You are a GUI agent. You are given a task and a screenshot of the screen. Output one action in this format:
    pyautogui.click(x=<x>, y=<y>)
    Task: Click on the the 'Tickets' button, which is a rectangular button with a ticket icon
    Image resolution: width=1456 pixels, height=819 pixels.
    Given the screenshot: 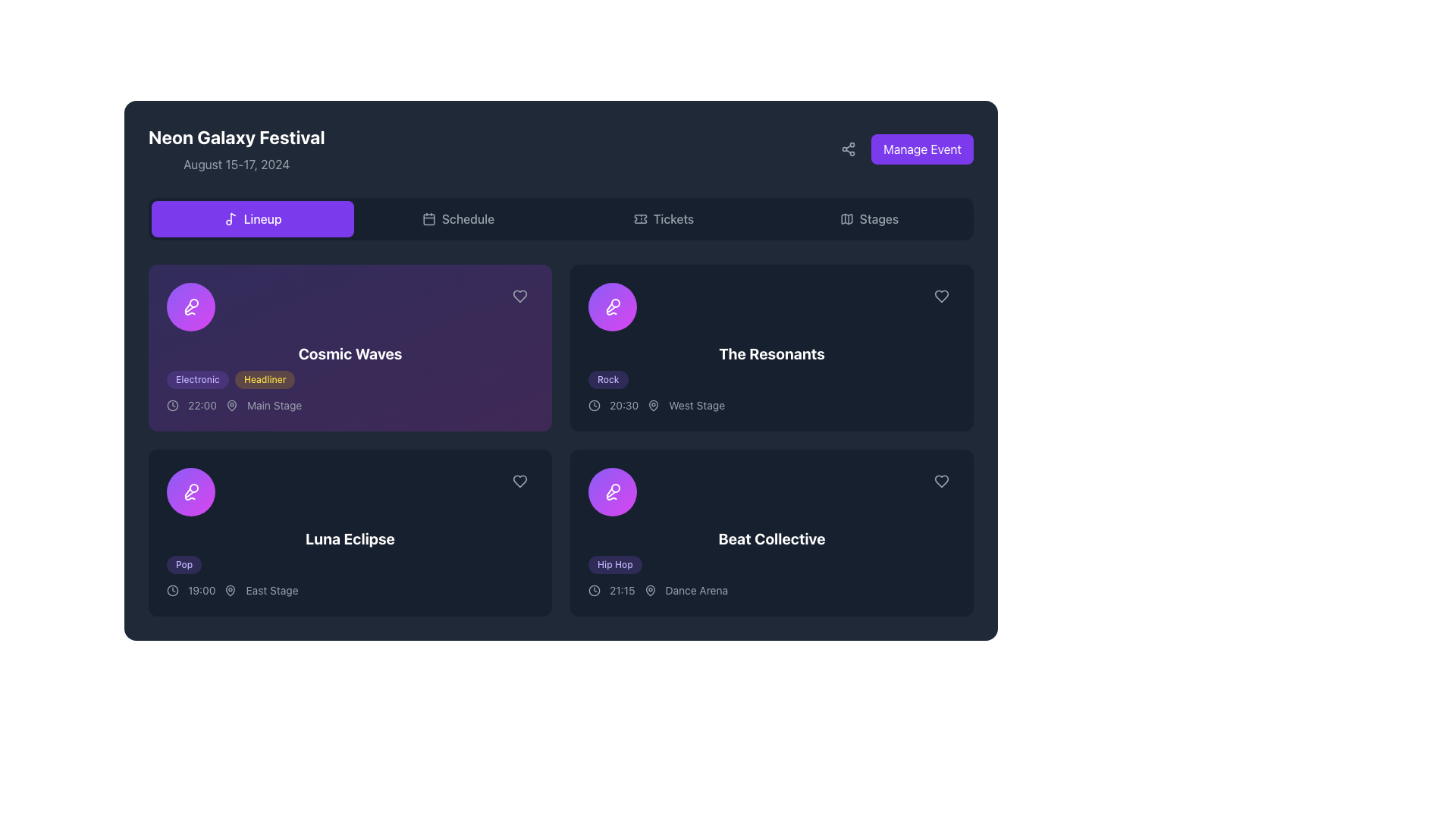 What is the action you would take?
    pyautogui.click(x=664, y=219)
    